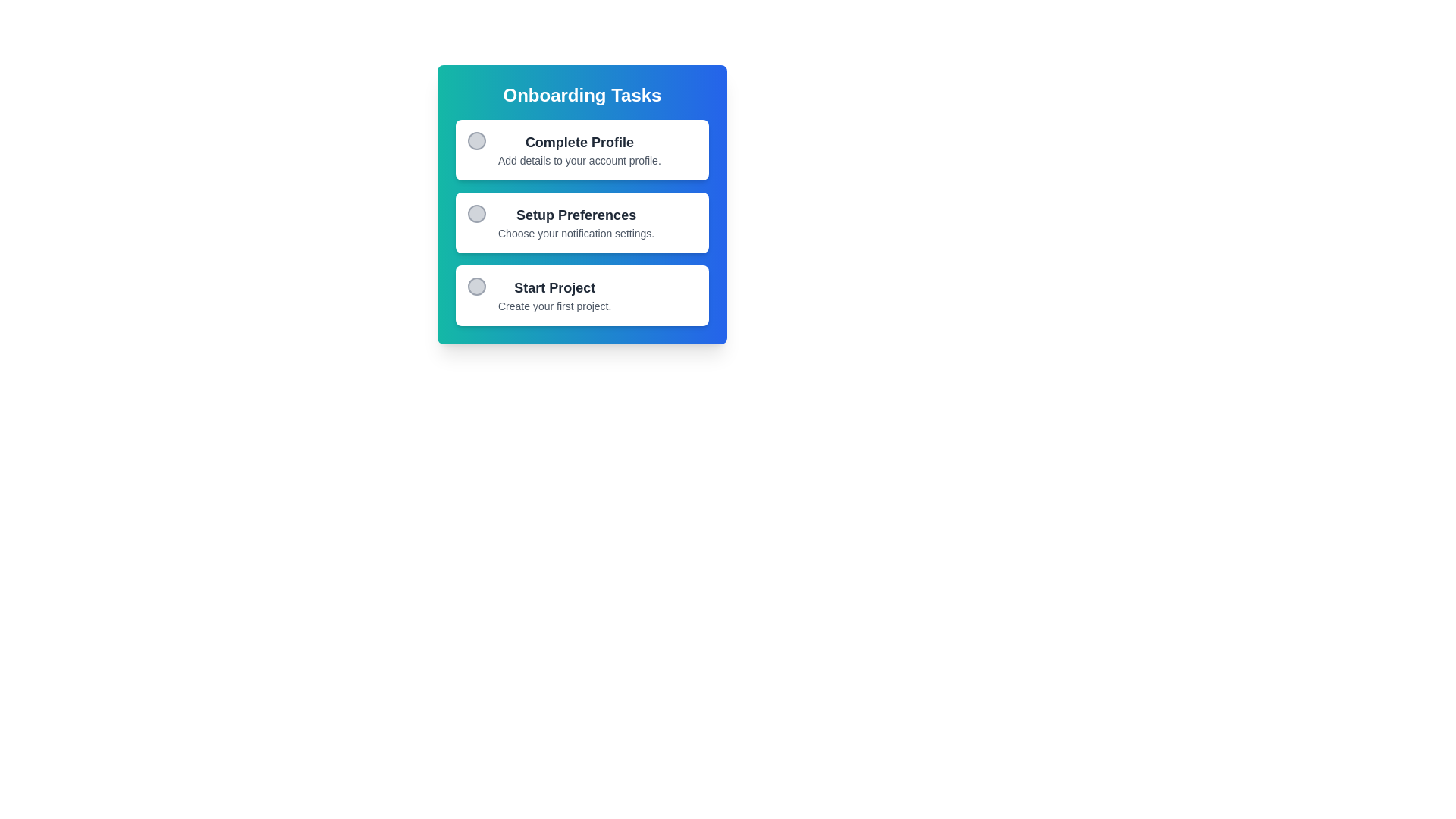  Describe the element at coordinates (579, 143) in the screenshot. I see `the first task item title in the vertically stacked list on the onboarding card, which is positioned above 'Setup Preferences'` at that location.